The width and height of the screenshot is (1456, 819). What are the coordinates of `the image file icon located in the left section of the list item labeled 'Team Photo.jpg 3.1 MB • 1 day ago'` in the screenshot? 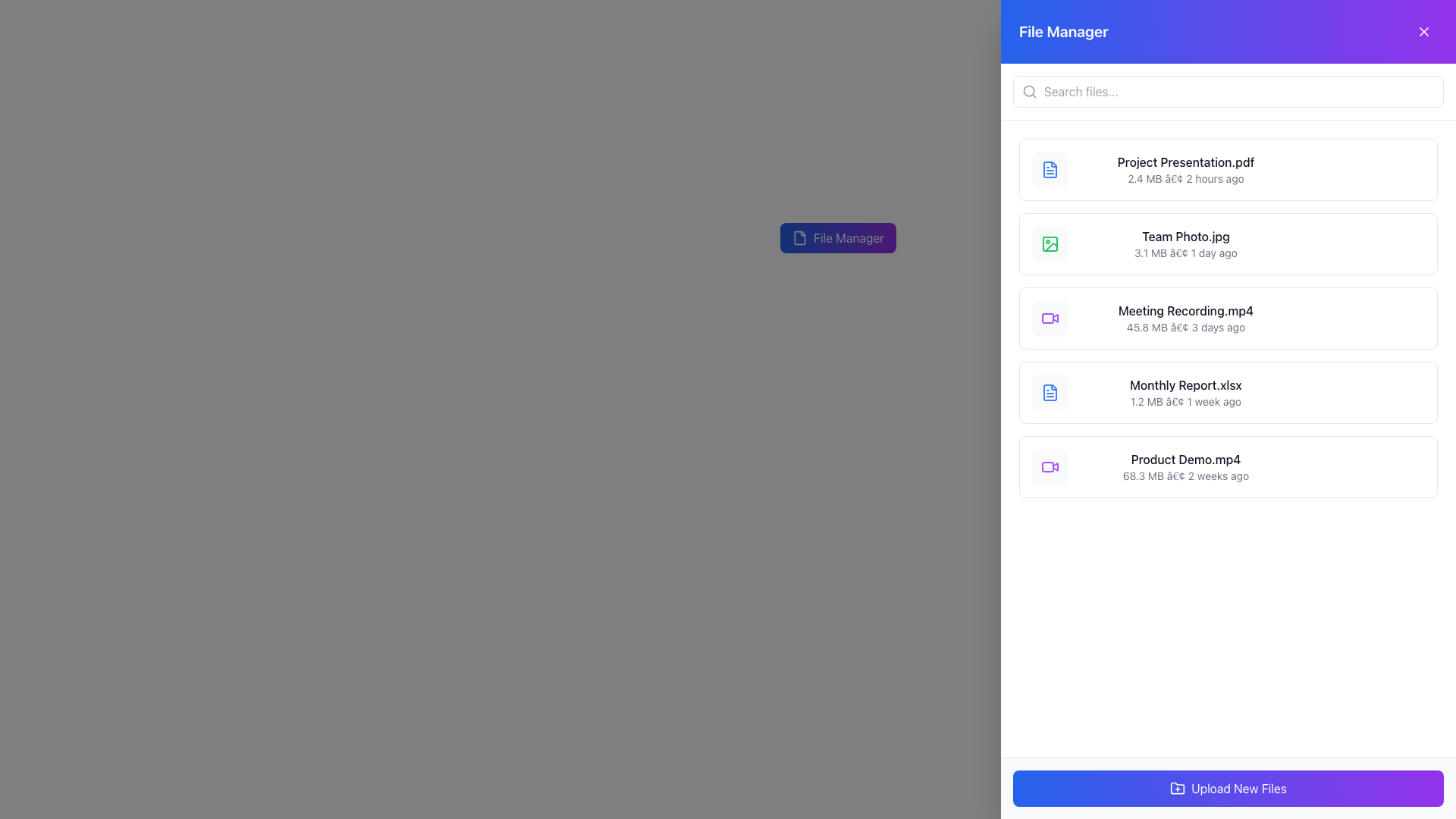 It's located at (1050, 243).